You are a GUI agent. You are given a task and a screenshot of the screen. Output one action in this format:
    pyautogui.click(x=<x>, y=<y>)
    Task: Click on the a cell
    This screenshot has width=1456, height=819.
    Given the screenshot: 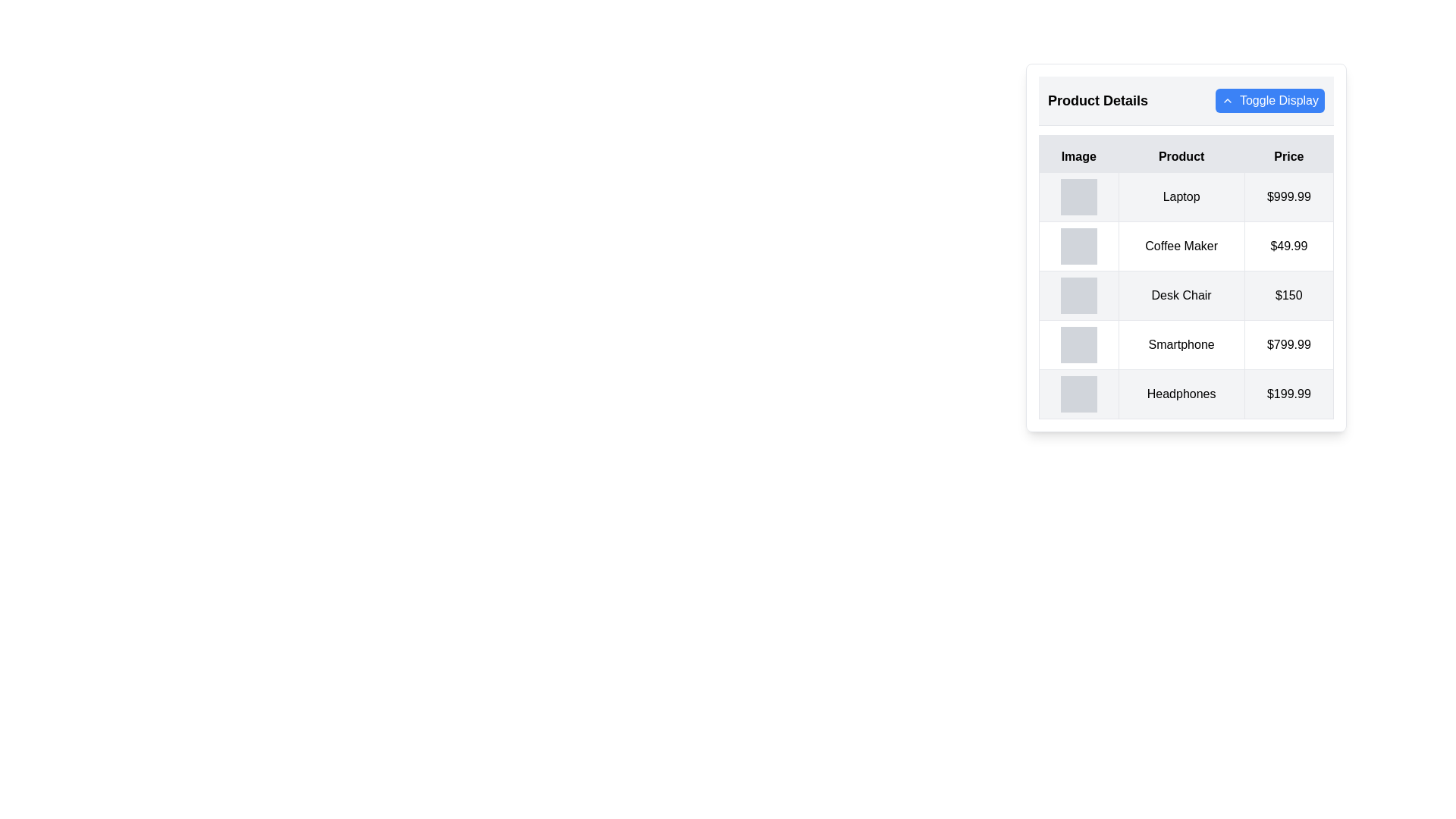 What is the action you would take?
    pyautogui.click(x=1185, y=295)
    